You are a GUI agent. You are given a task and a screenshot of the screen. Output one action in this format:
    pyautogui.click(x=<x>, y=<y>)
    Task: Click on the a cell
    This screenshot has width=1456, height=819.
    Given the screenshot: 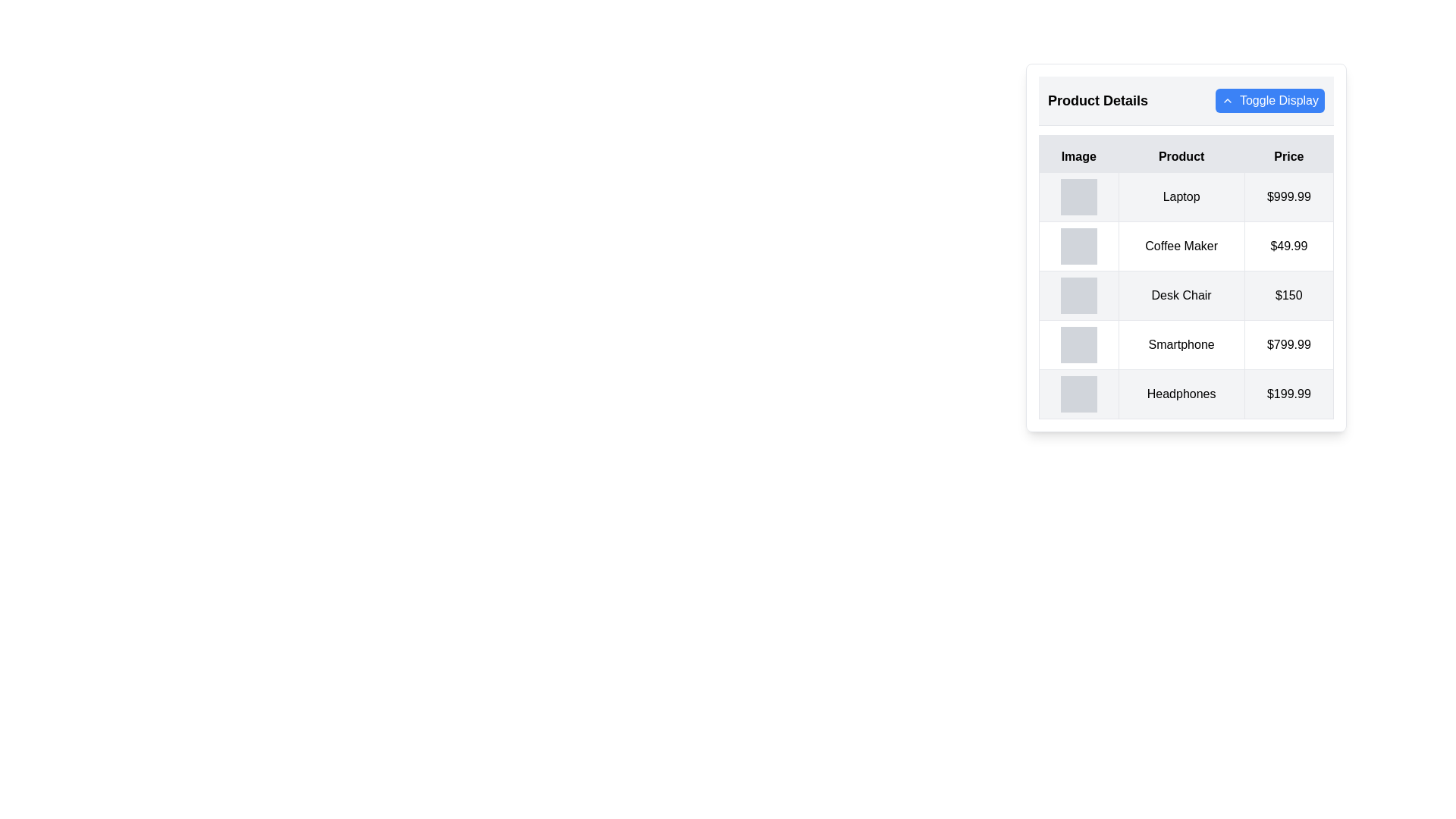 What is the action you would take?
    pyautogui.click(x=1185, y=295)
    